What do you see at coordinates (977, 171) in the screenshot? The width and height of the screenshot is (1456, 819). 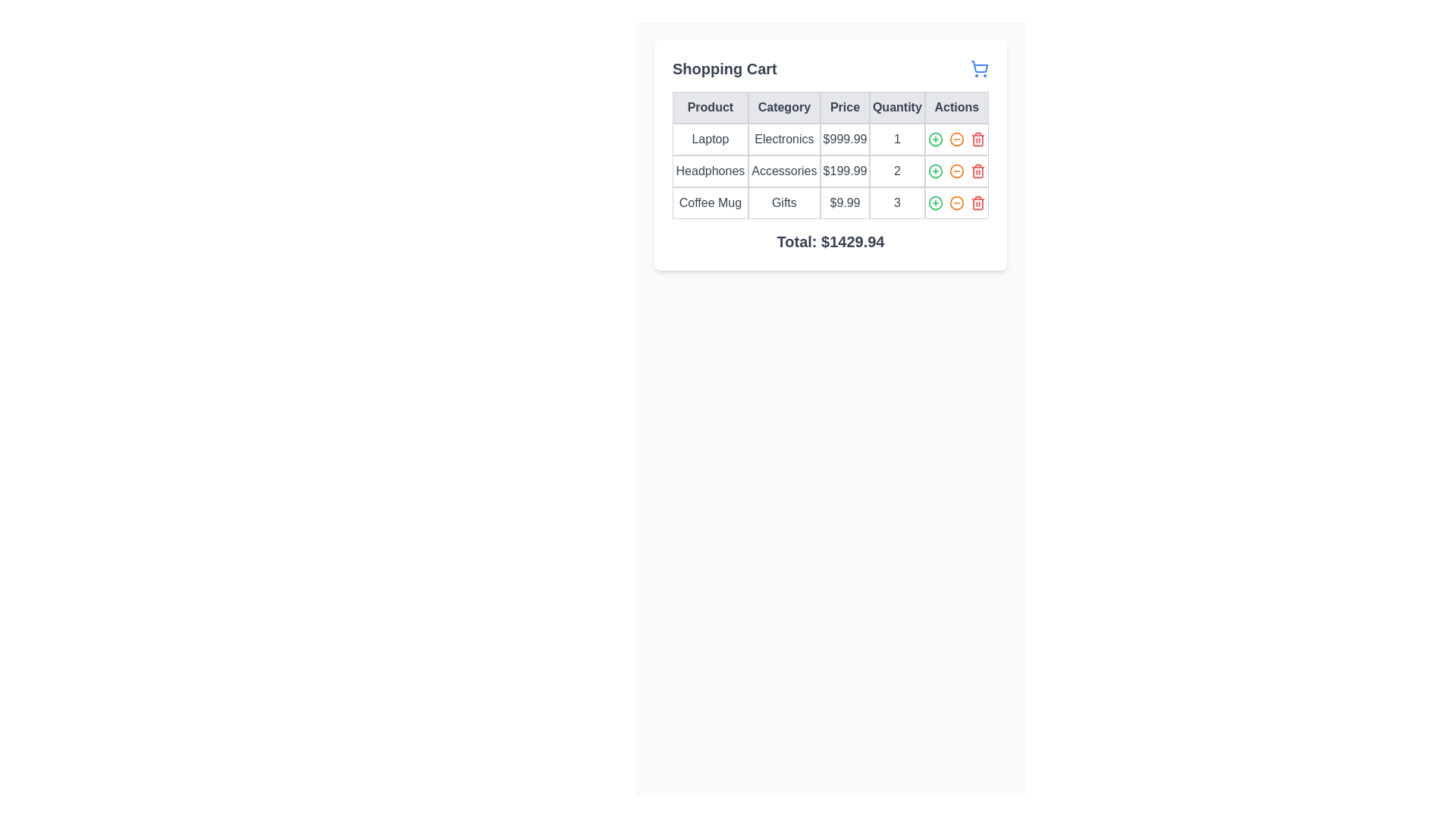 I see `the trash icon component in the 'Actions' column for the second item, 'Headphones,' in the shopping cart` at bounding box center [977, 171].